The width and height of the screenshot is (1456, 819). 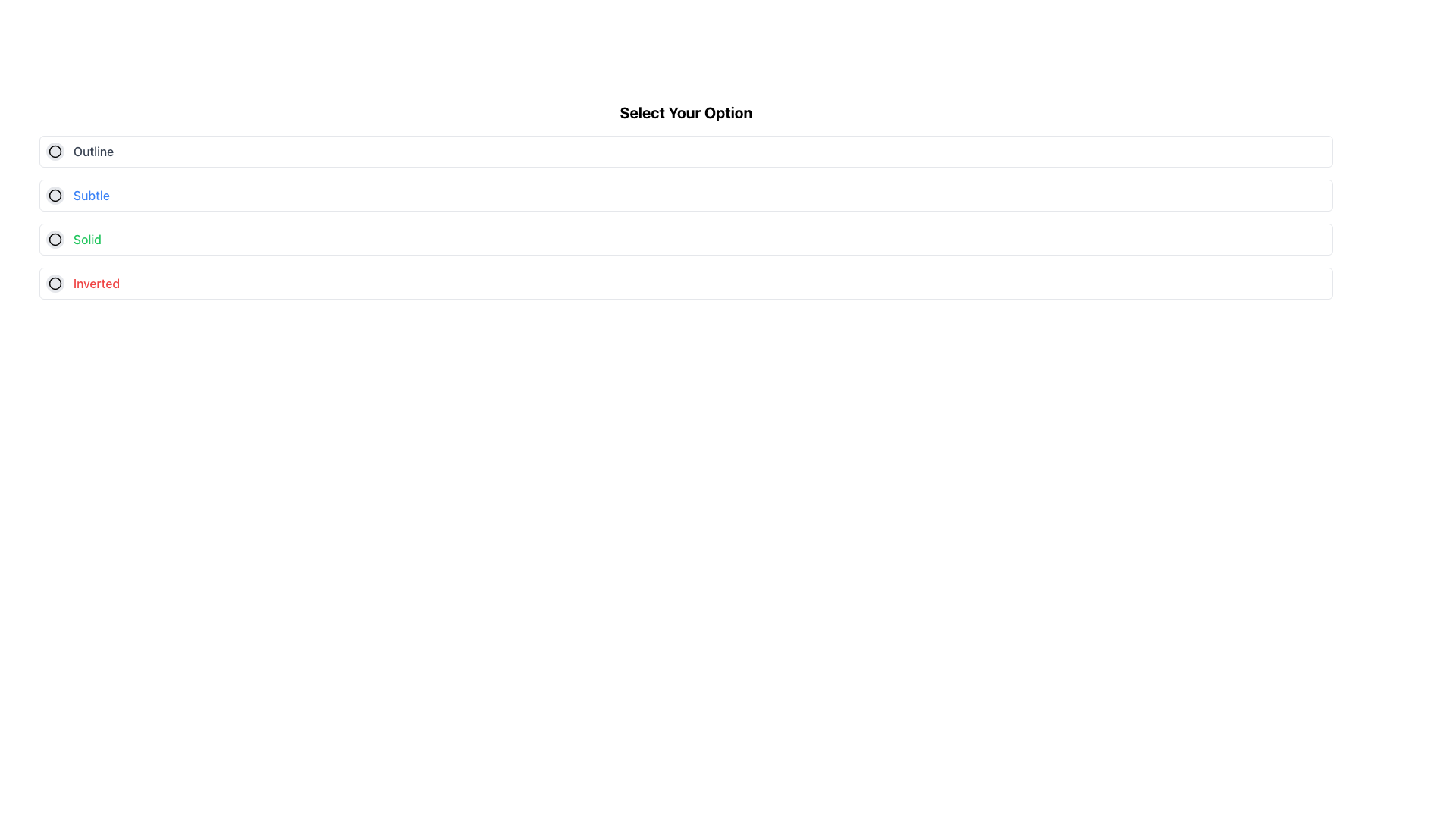 What do you see at coordinates (55, 195) in the screenshot?
I see `the circular icon outlined in black that is centered within the 'Subtle' option in the selection menu` at bounding box center [55, 195].